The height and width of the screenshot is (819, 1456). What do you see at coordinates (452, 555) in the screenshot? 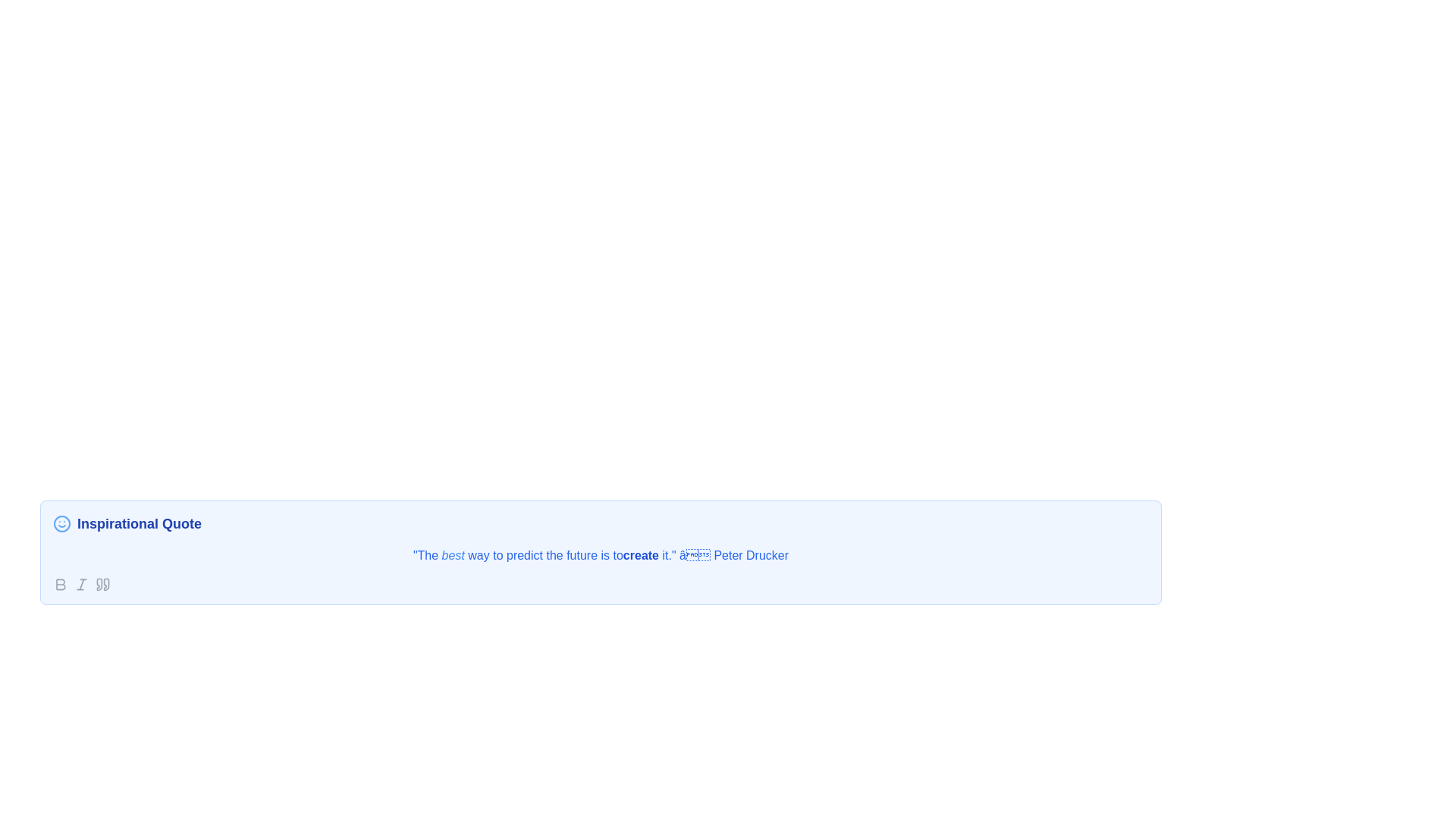
I see `the word 'best', which is styled in an italicized font and colored blue, located in the sentence 'The best way to predict the future...'` at bounding box center [452, 555].